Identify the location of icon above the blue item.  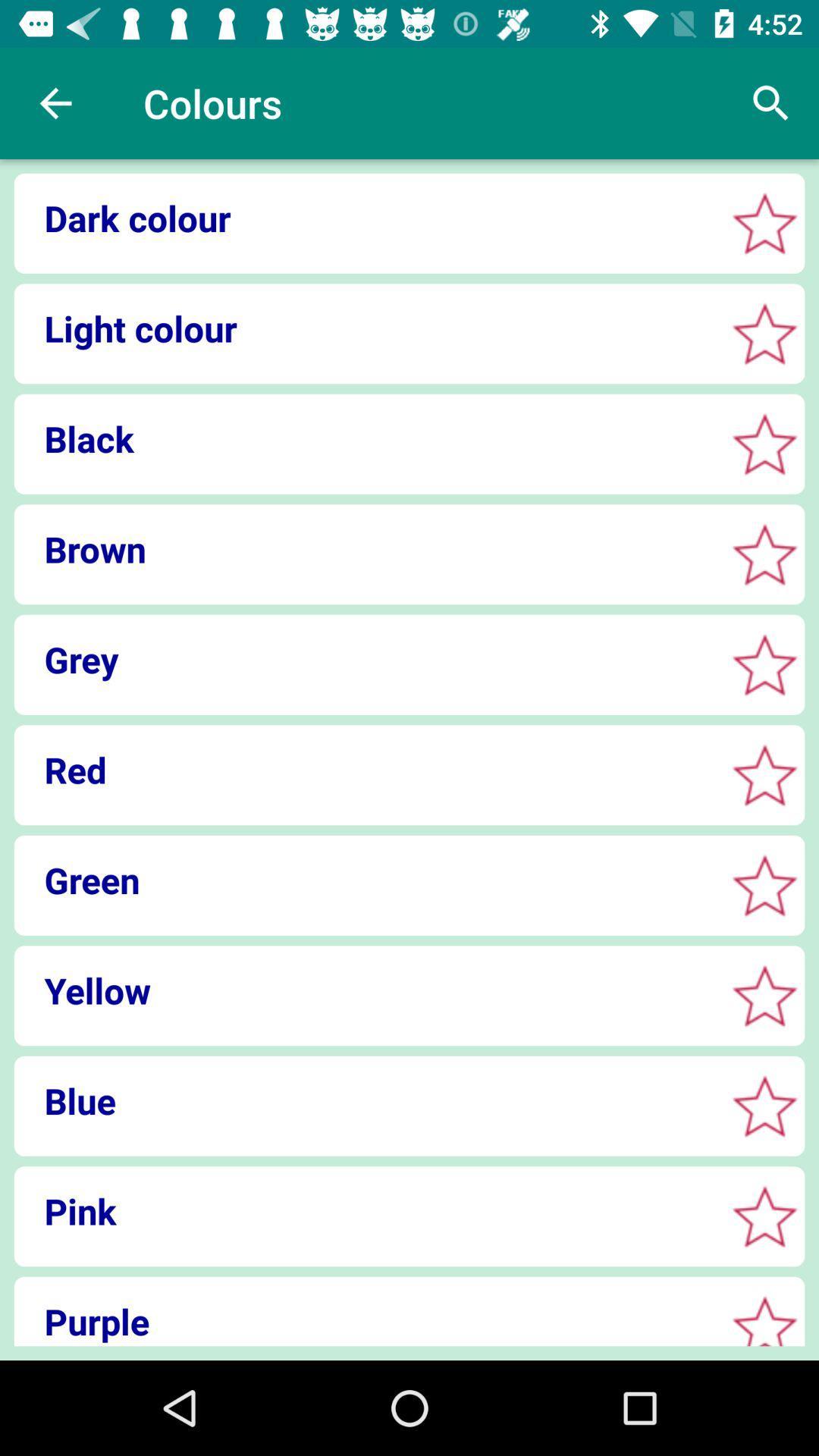
(365, 990).